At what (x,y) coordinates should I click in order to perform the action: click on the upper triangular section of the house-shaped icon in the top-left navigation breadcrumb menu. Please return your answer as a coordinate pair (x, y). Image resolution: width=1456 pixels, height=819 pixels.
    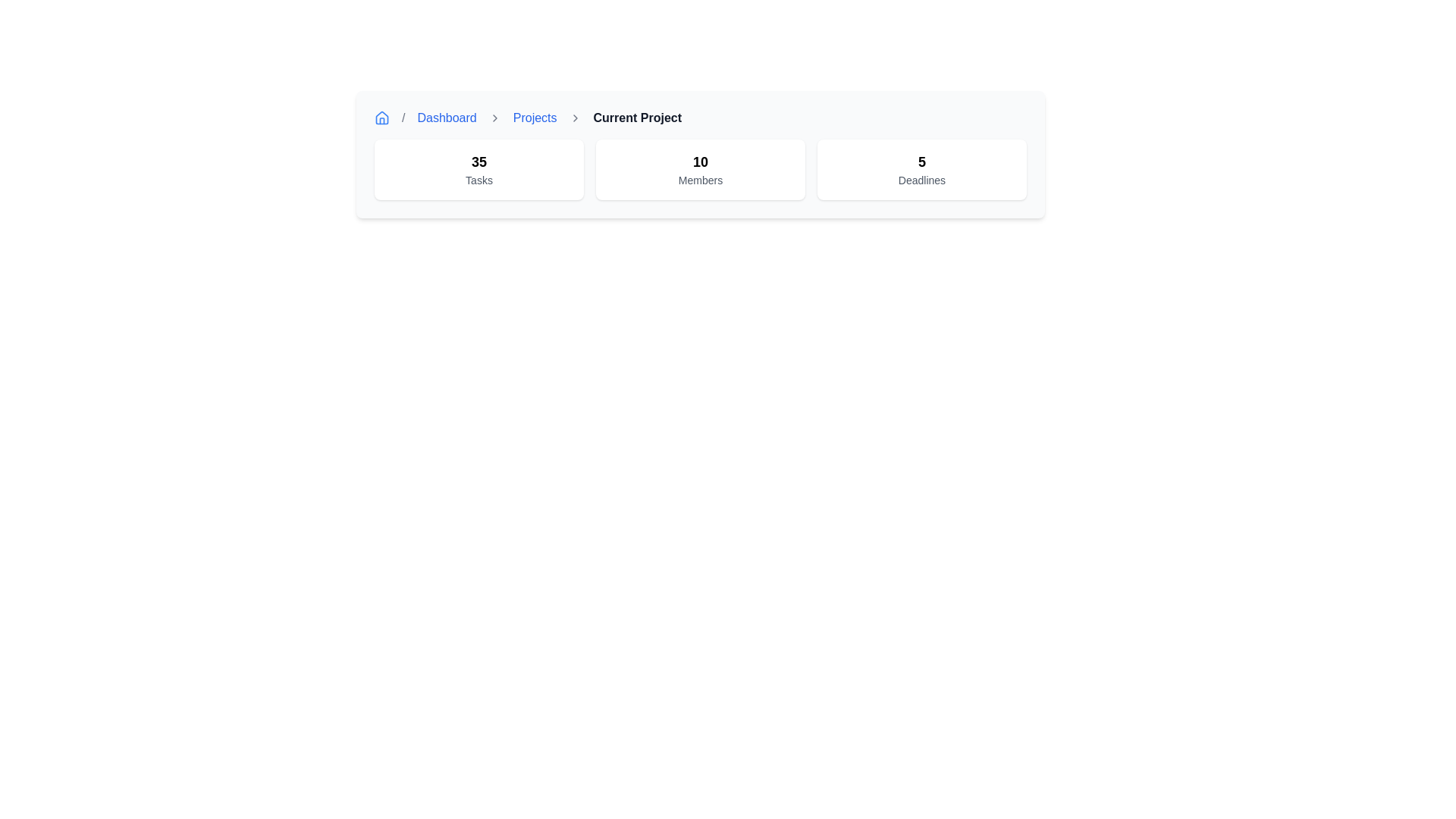
    Looking at the image, I should click on (382, 116).